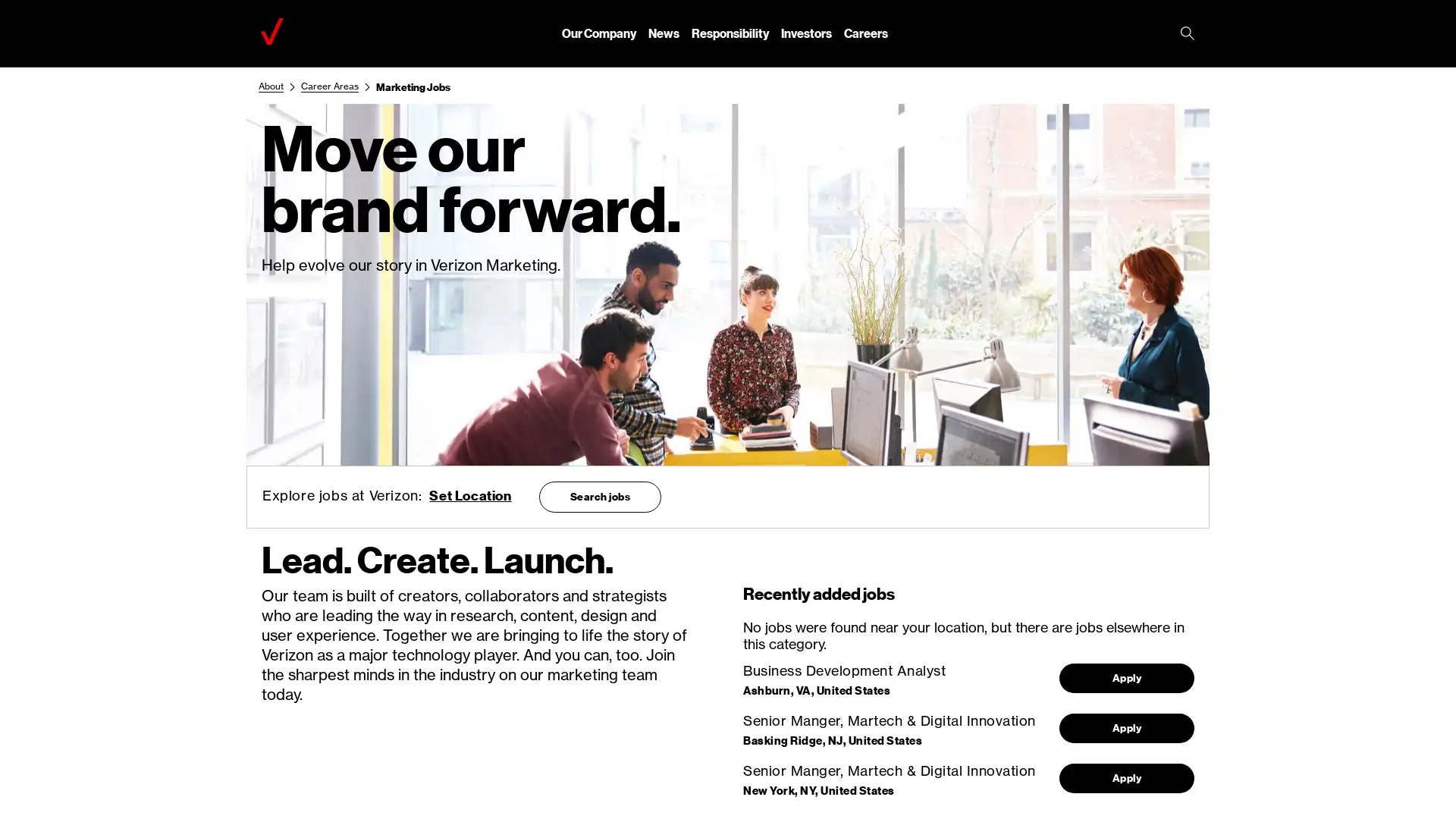 This screenshot has width=1456, height=819. Describe the element at coordinates (805, 33) in the screenshot. I see `Investors Menu List` at that location.